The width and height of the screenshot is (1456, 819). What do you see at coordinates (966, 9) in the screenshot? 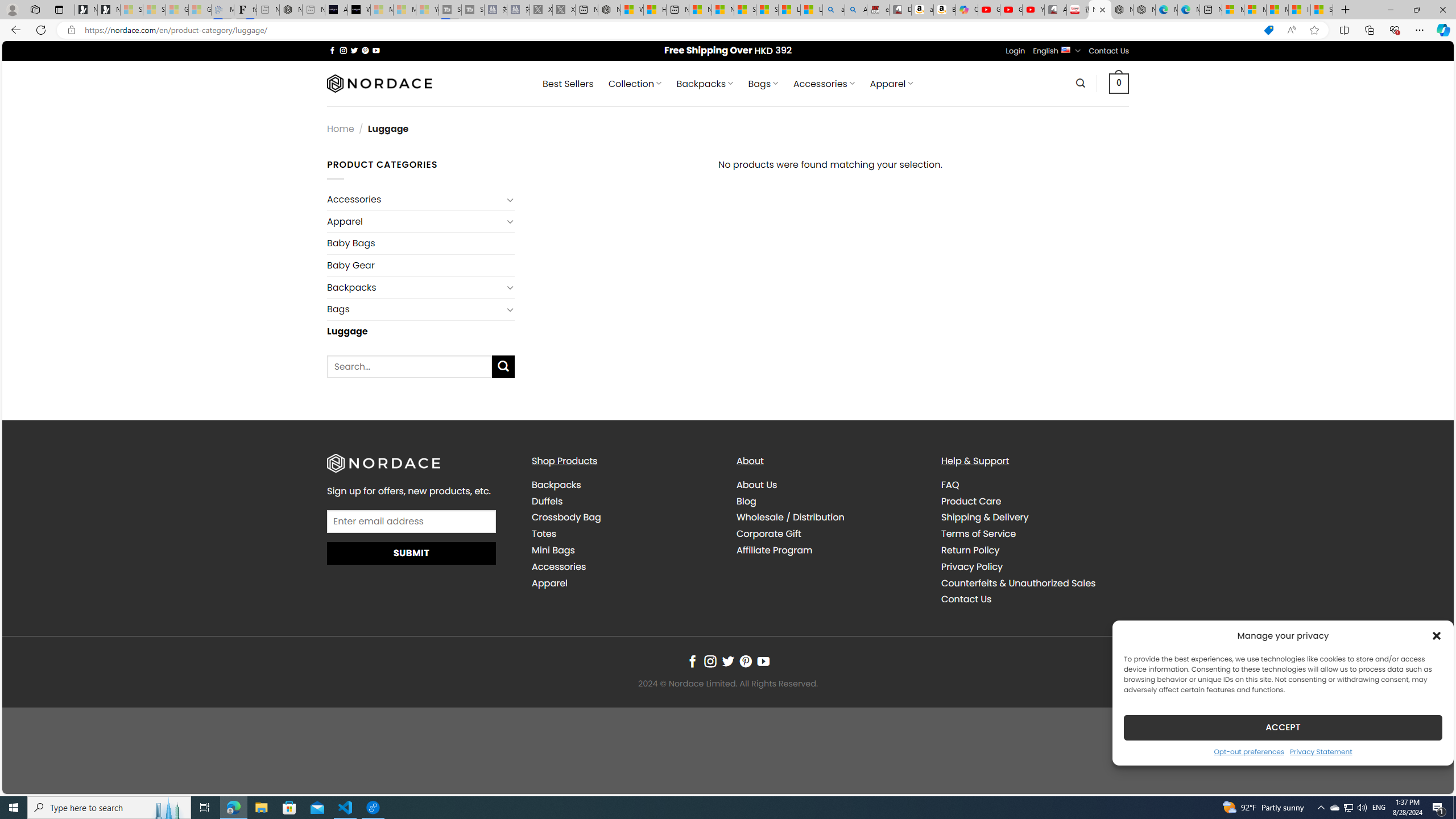
I see `'Copilot'` at bounding box center [966, 9].